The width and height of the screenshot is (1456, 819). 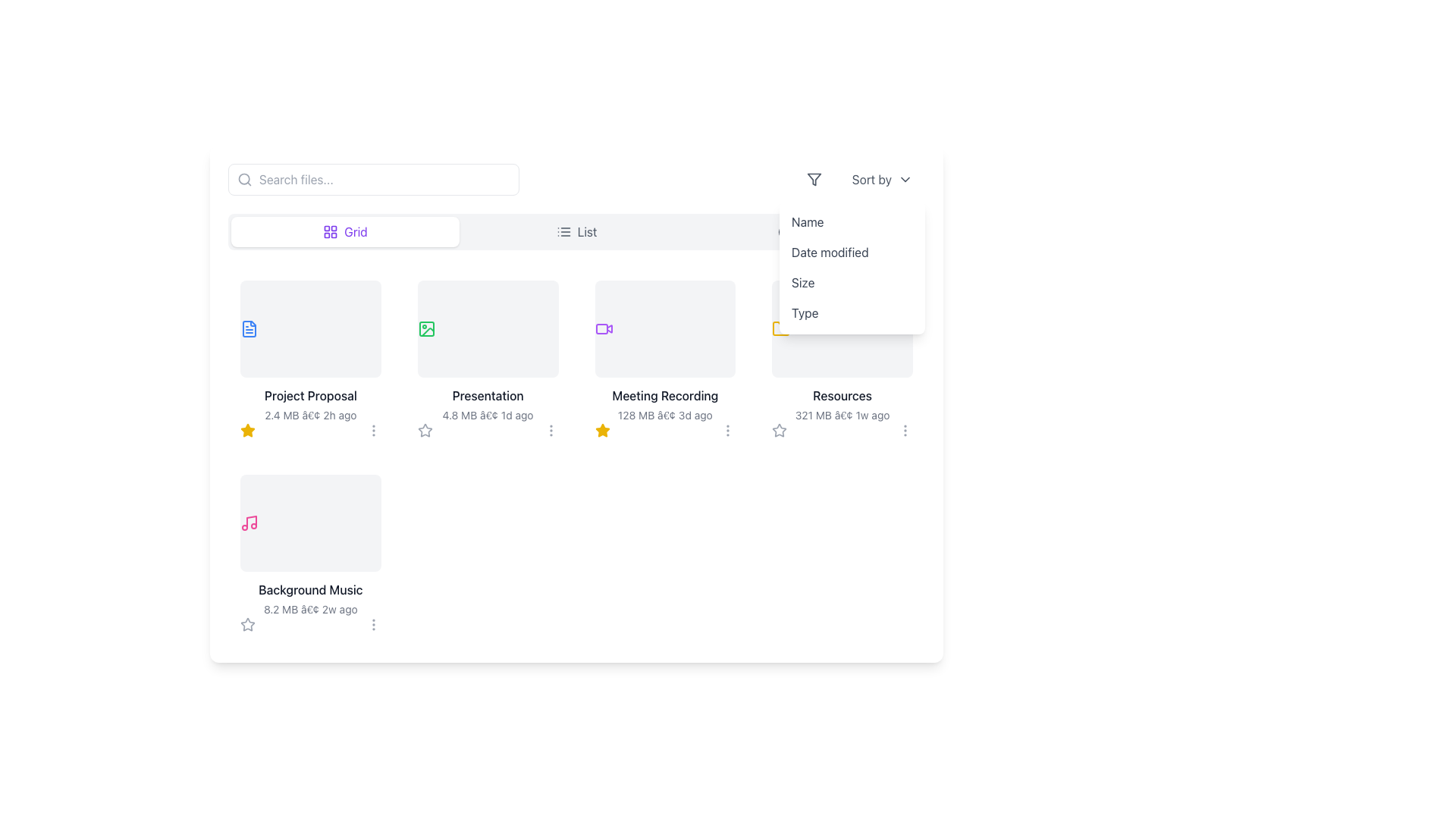 What do you see at coordinates (425, 328) in the screenshot?
I see `the image icon with a green outline and white background located in the top left corner of the 'Presentation' file card to interact with the file representation` at bounding box center [425, 328].